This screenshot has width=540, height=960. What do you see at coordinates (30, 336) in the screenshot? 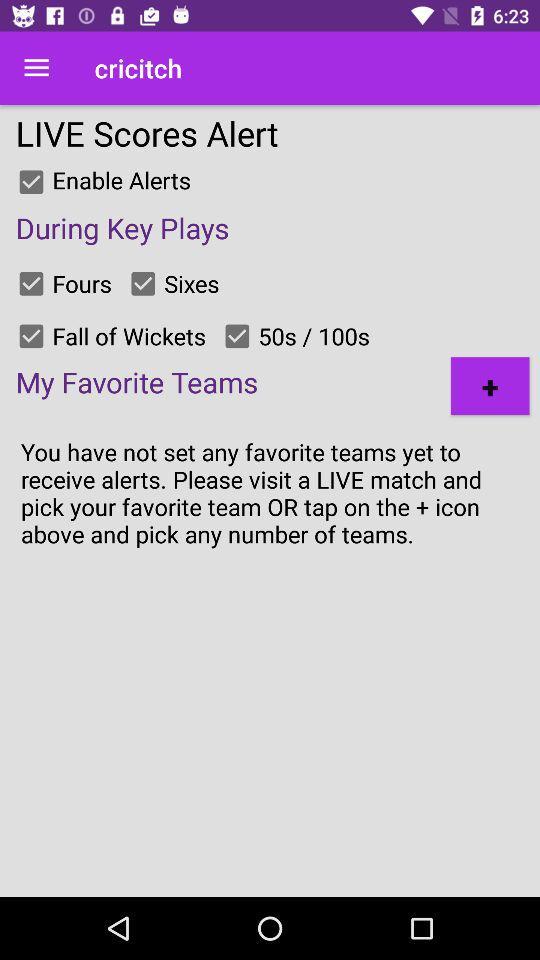
I see `item above the my favorite teams icon` at bounding box center [30, 336].